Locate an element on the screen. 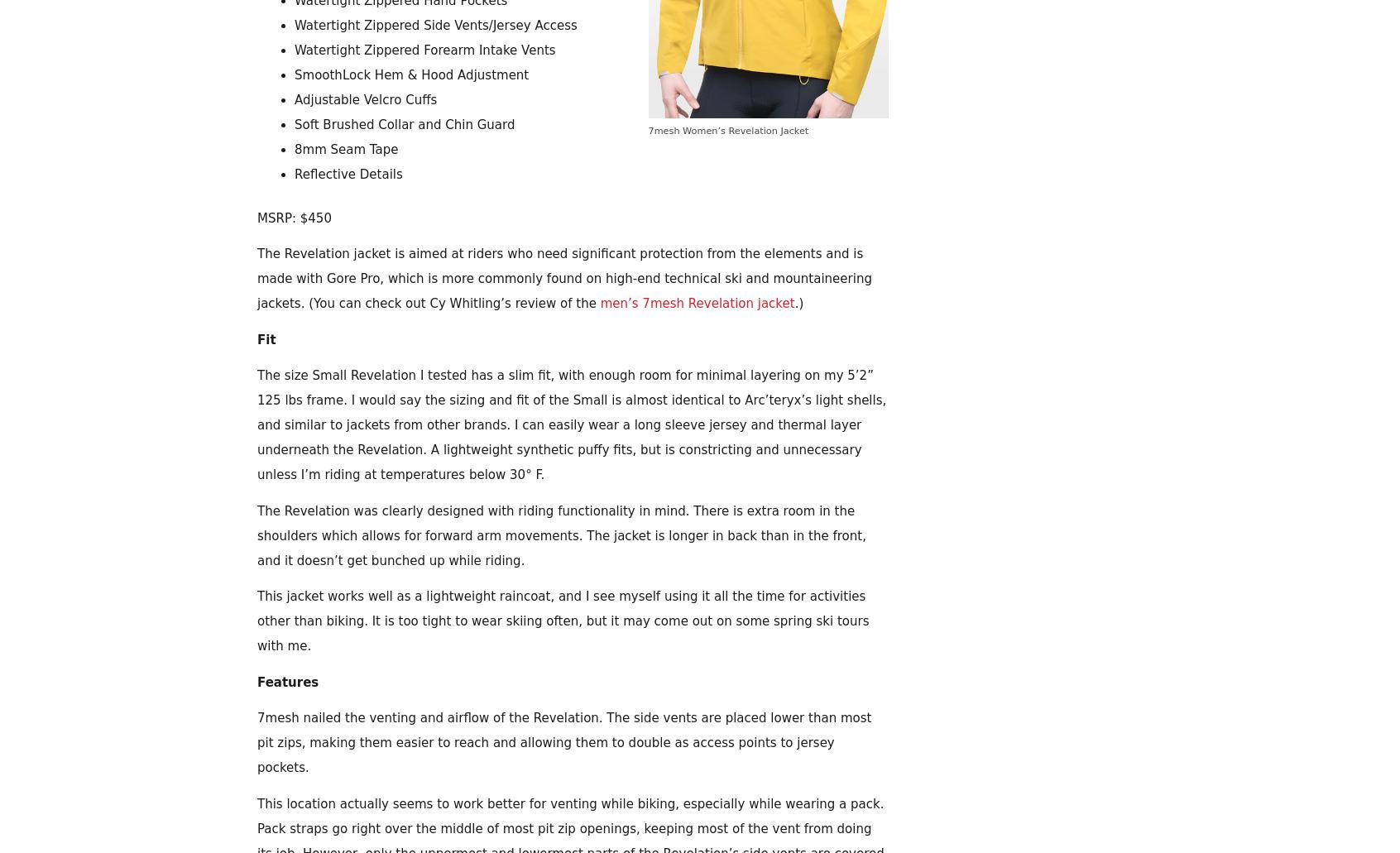 The height and width of the screenshot is (853, 1400). 'Features' is located at coordinates (287, 680).